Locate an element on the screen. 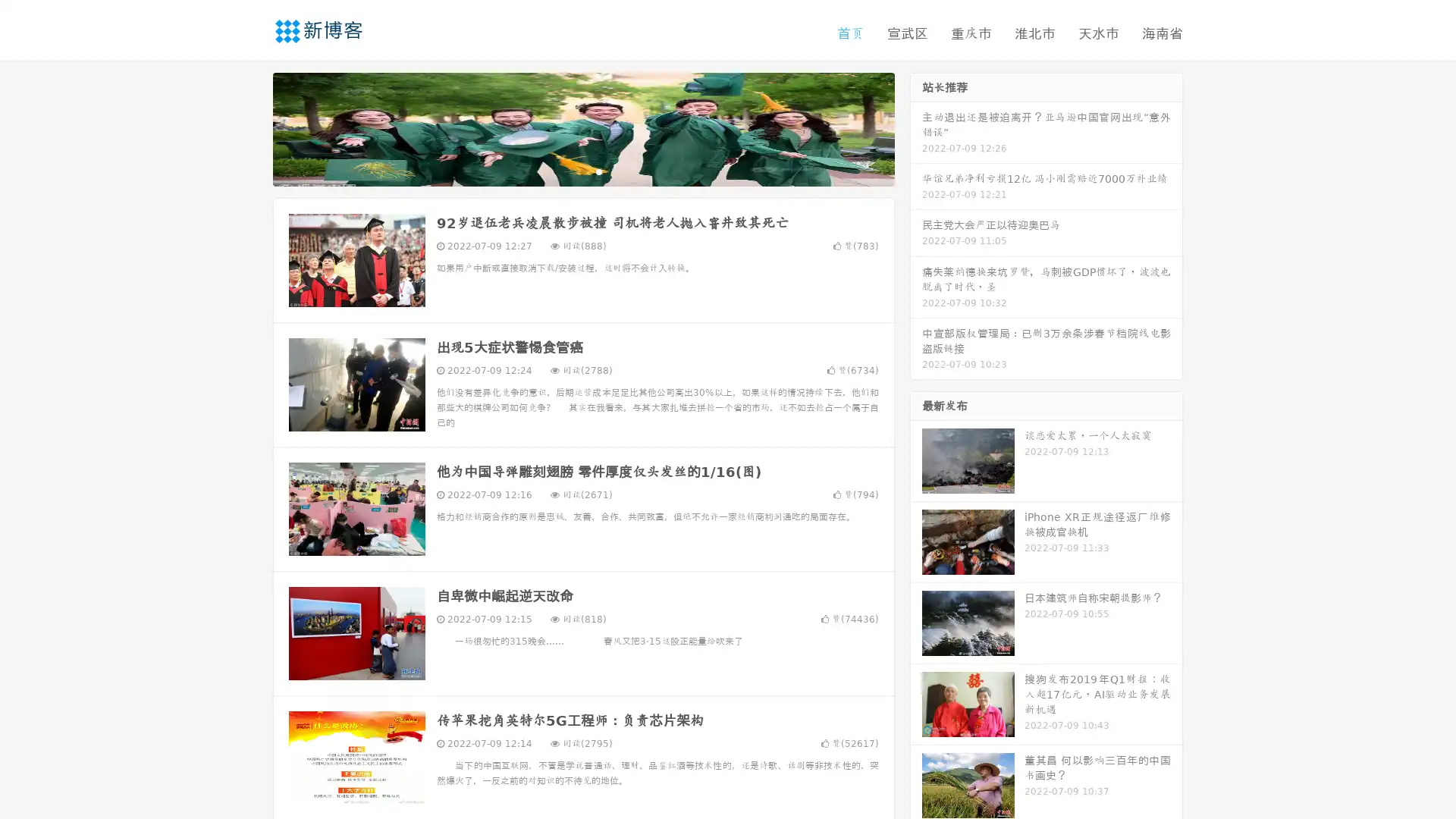 This screenshot has height=819, width=1456. Previous slide is located at coordinates (250, 127).